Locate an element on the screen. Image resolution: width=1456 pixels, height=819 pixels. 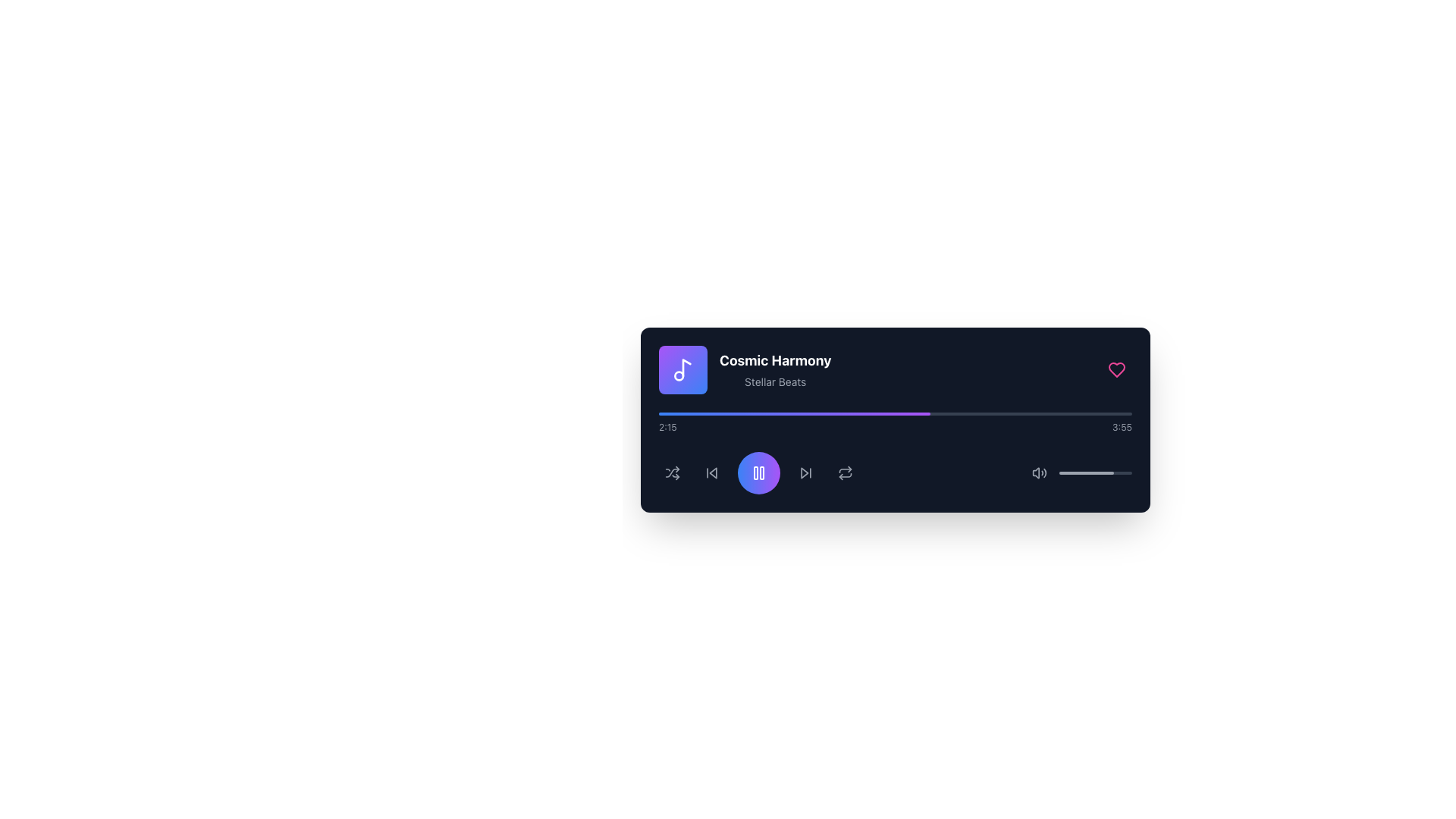
the Text label located beneath the primary song title 'Cosmic Harmony' in the media control interface is located at coordinates (775, 381).